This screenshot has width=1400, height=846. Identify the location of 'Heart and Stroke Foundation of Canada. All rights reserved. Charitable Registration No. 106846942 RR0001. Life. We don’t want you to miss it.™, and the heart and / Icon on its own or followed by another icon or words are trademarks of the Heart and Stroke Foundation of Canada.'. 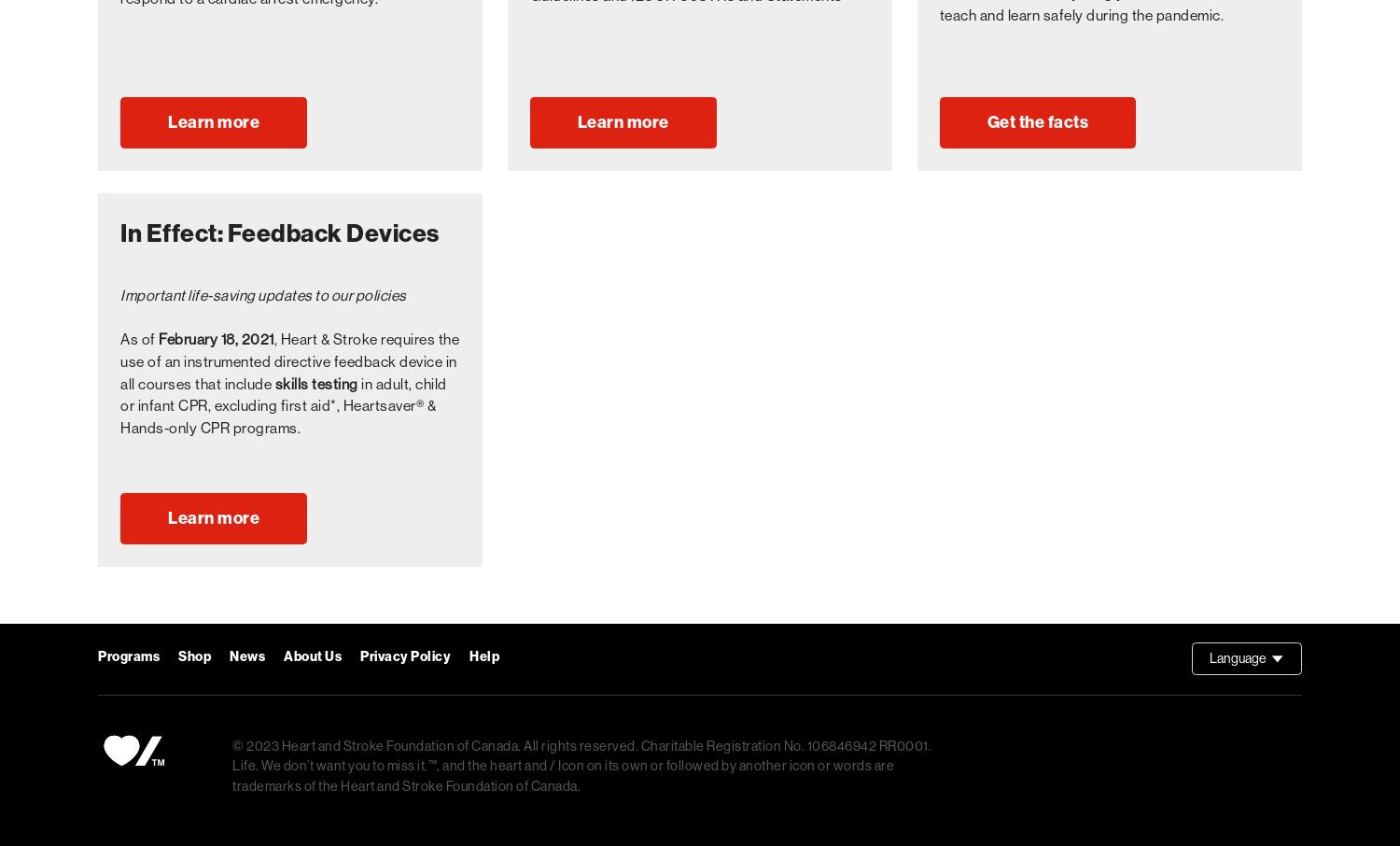
(581, 764).